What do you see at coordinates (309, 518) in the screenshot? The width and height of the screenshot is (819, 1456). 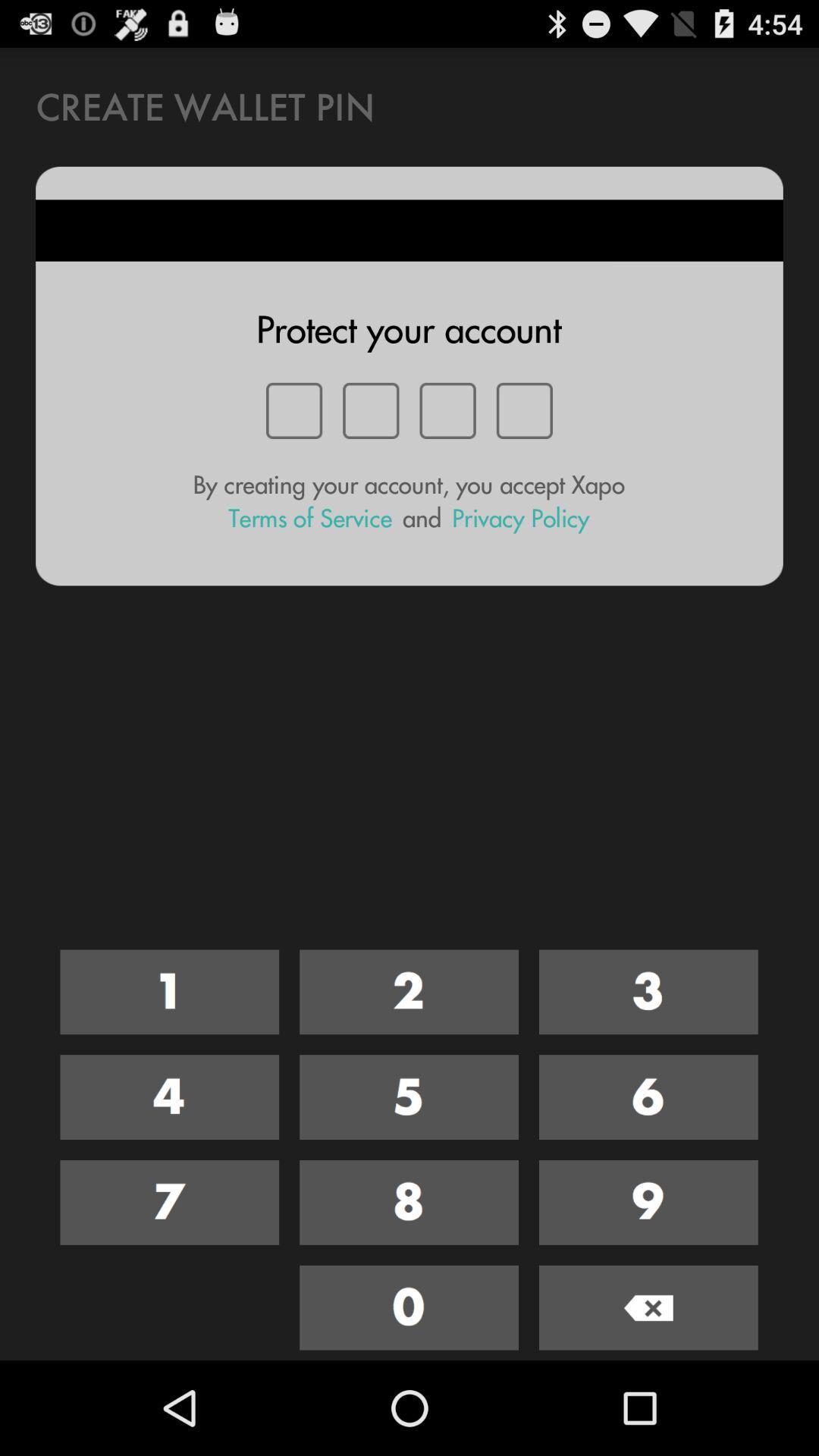 I see `the item below by creating your item` at bounding box center [309, 518].